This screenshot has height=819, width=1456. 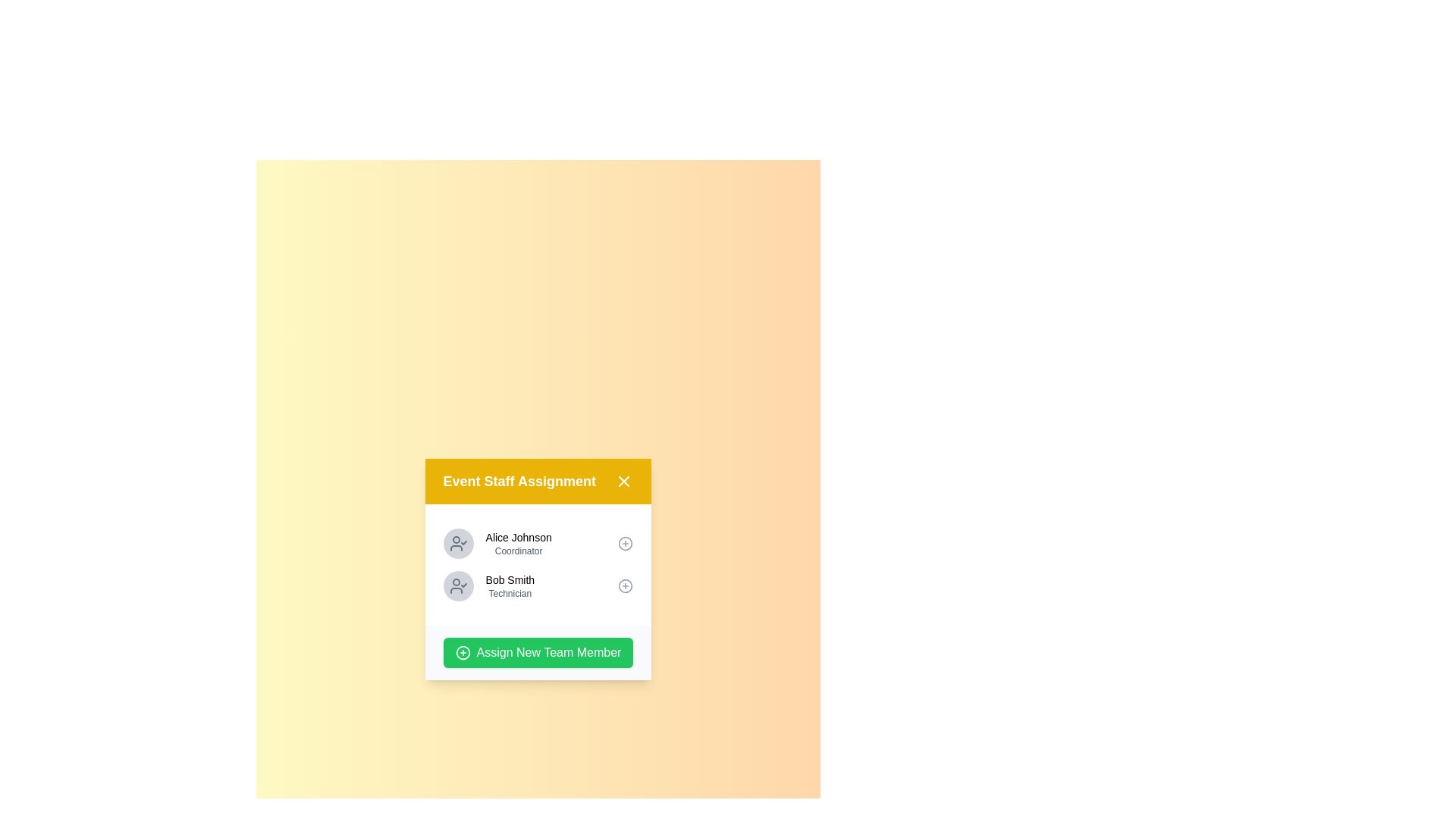 What do you see at coordinates (538, 482) in the screenshot?
I see `the dialog title and description area to read the information` at bounding box center [538, 482].